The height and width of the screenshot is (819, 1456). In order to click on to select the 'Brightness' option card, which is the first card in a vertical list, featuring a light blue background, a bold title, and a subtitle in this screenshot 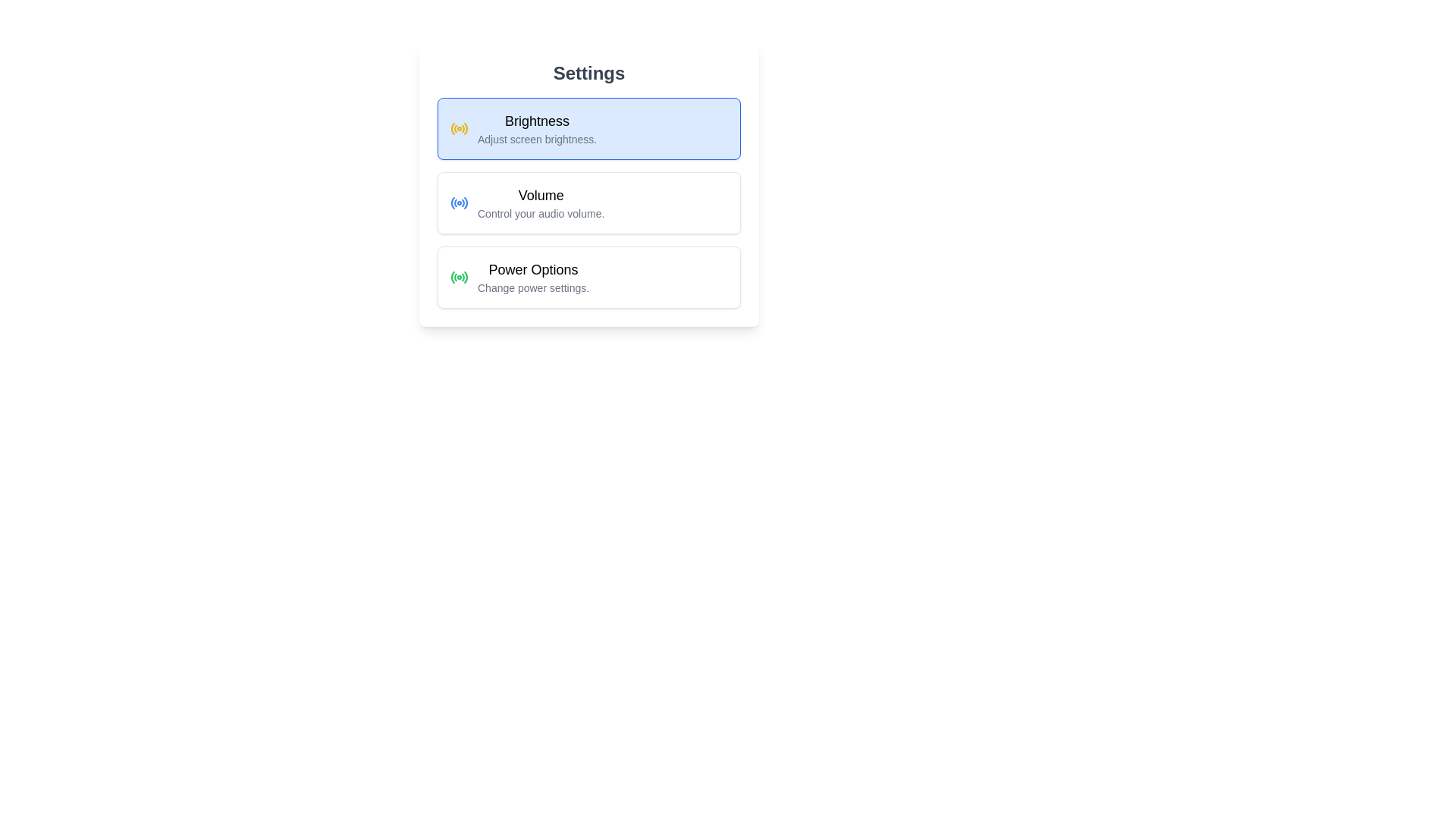, I will do `click(588, 127)`.